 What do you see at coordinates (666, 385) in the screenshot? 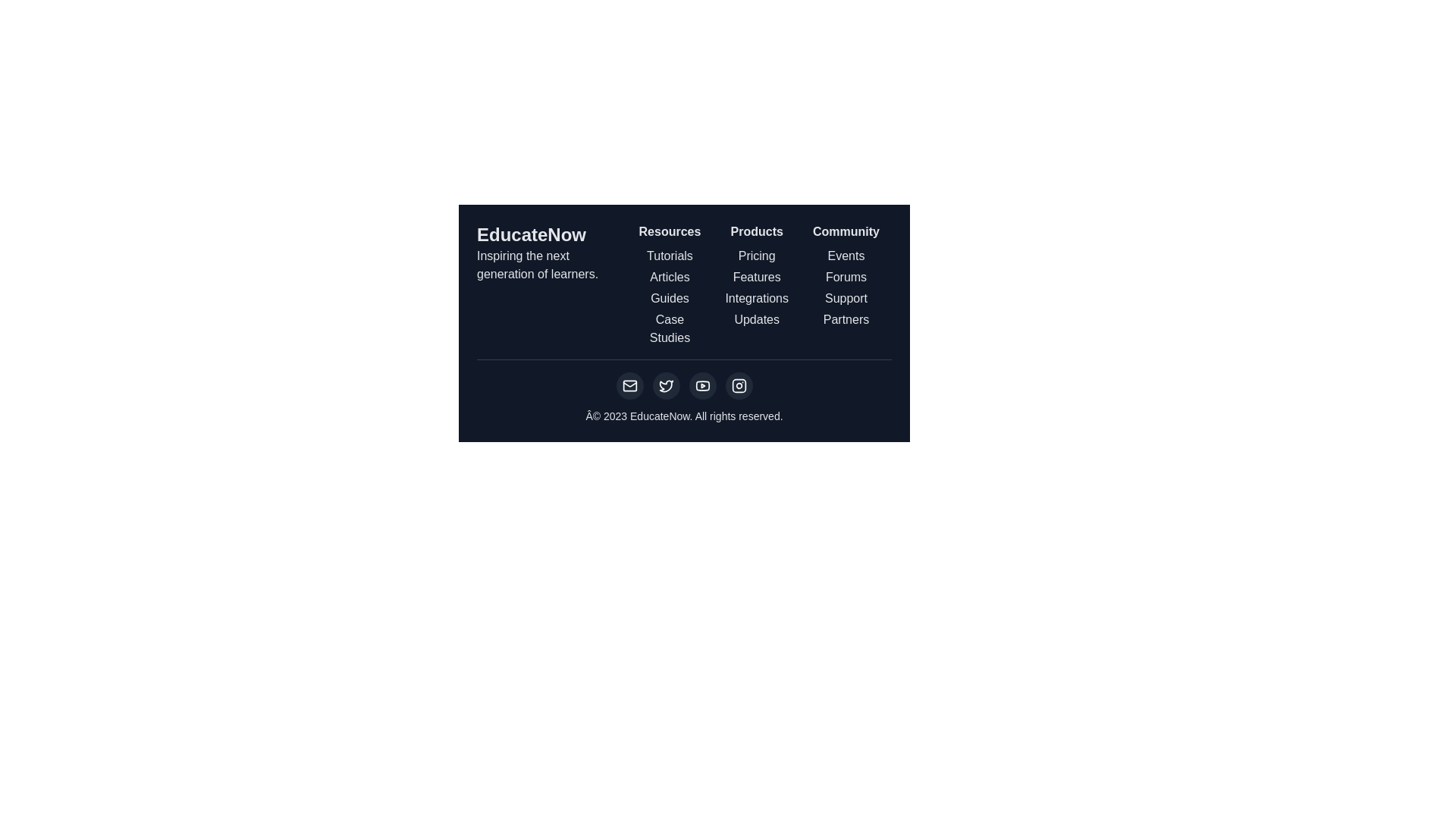
I see `the white Twitter icon button with a dark gray background` at bounding box center [666, 385].